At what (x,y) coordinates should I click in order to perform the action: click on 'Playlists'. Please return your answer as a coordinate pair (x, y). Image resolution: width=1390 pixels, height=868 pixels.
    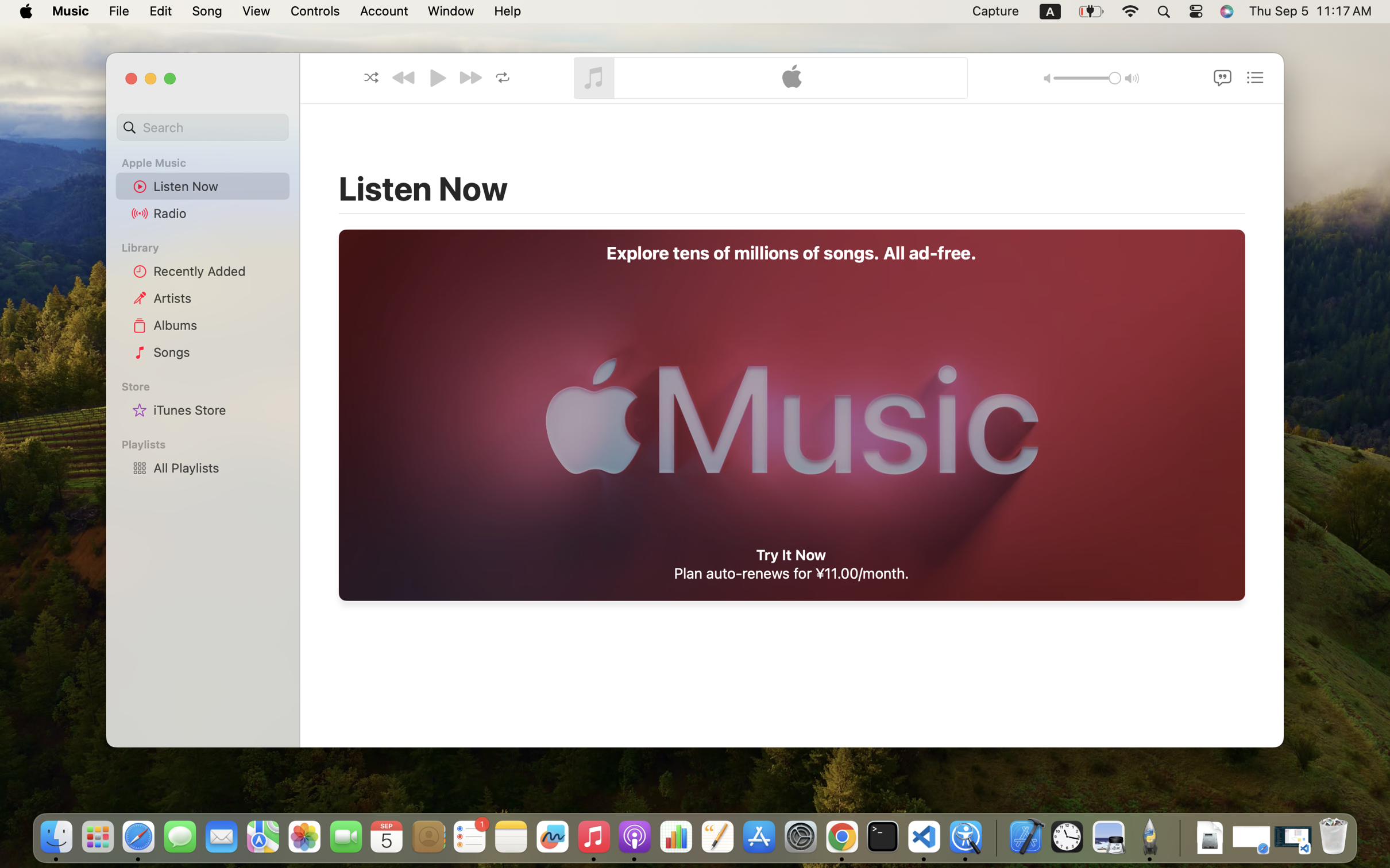
    Looking at the image, I should click on (208, 444).